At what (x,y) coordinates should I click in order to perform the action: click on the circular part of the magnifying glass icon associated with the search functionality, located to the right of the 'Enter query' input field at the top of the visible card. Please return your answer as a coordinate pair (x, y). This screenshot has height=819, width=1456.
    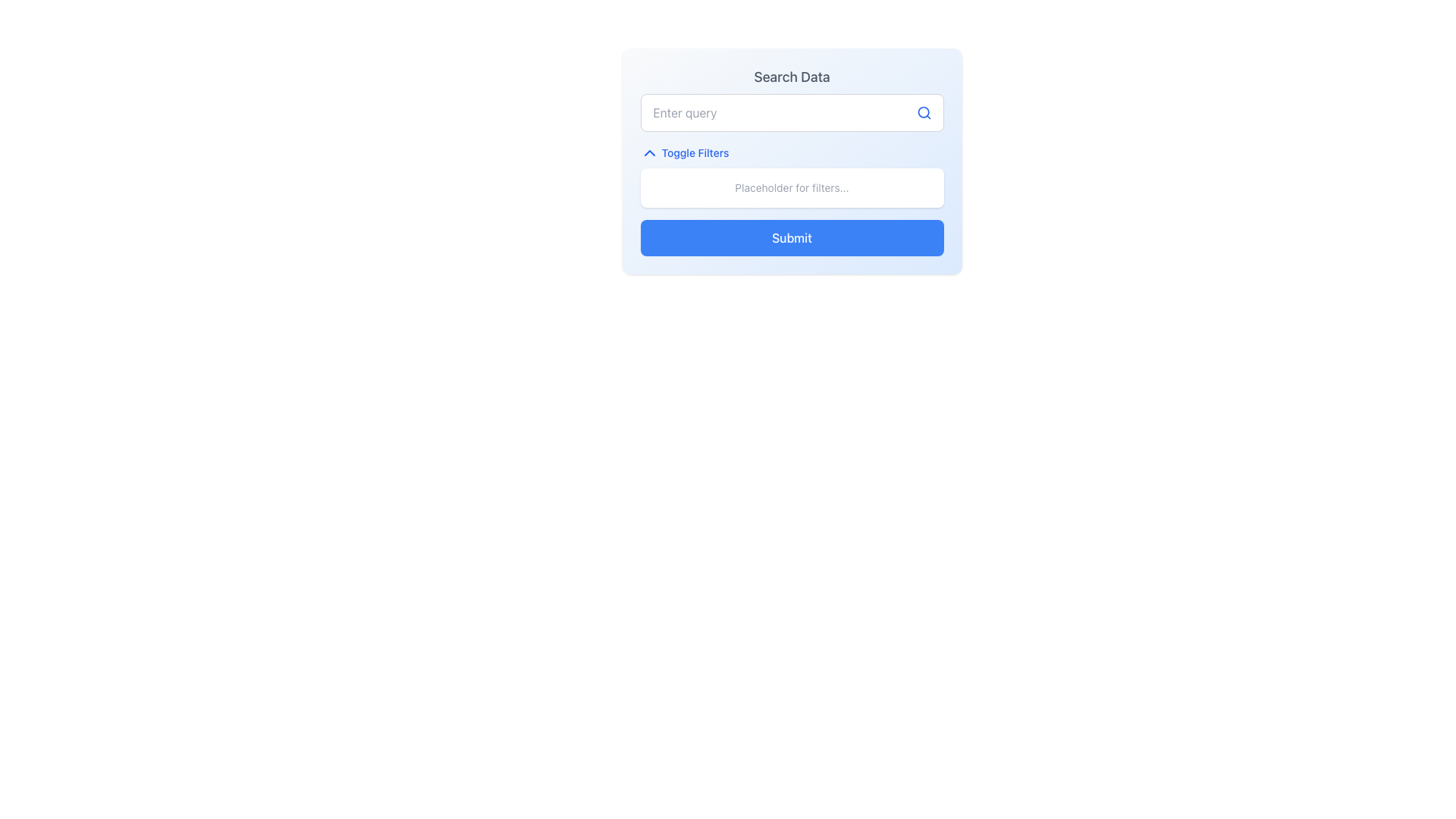
    Looking at the image, I should click on (922, 111).